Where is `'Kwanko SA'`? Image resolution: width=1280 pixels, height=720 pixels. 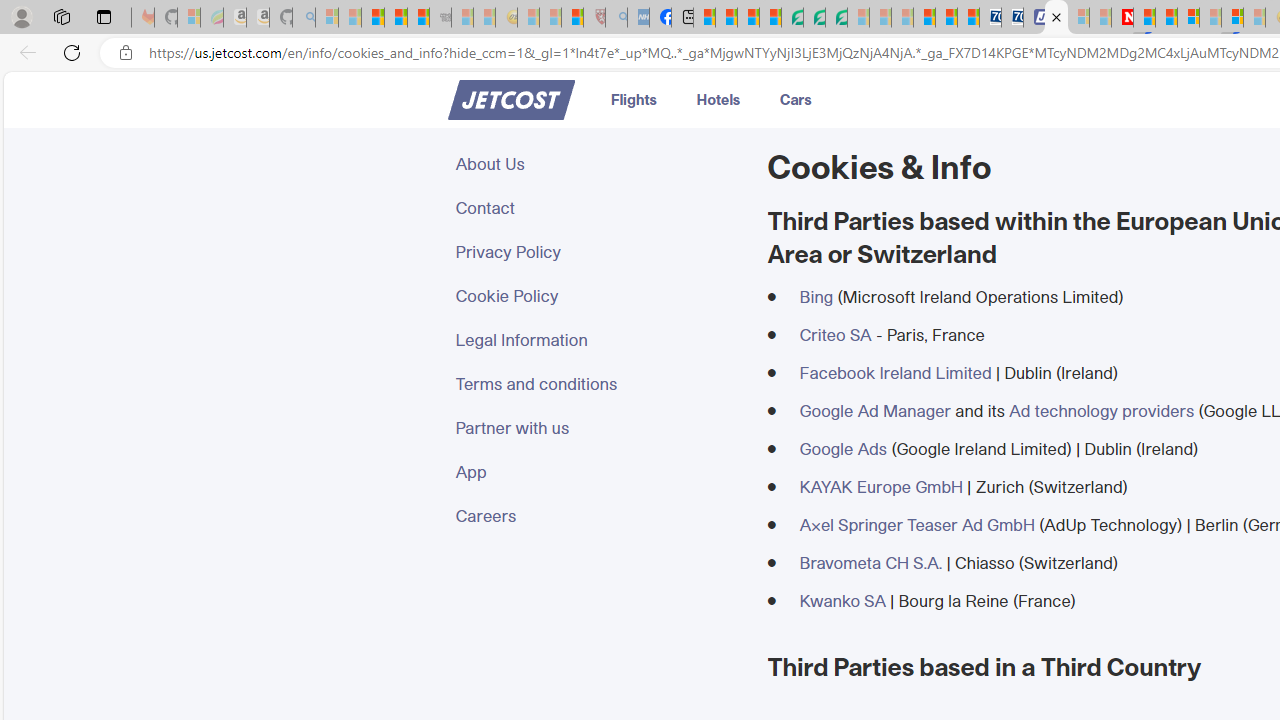
'Kwanko SA' is located at coordinates (842, 599).